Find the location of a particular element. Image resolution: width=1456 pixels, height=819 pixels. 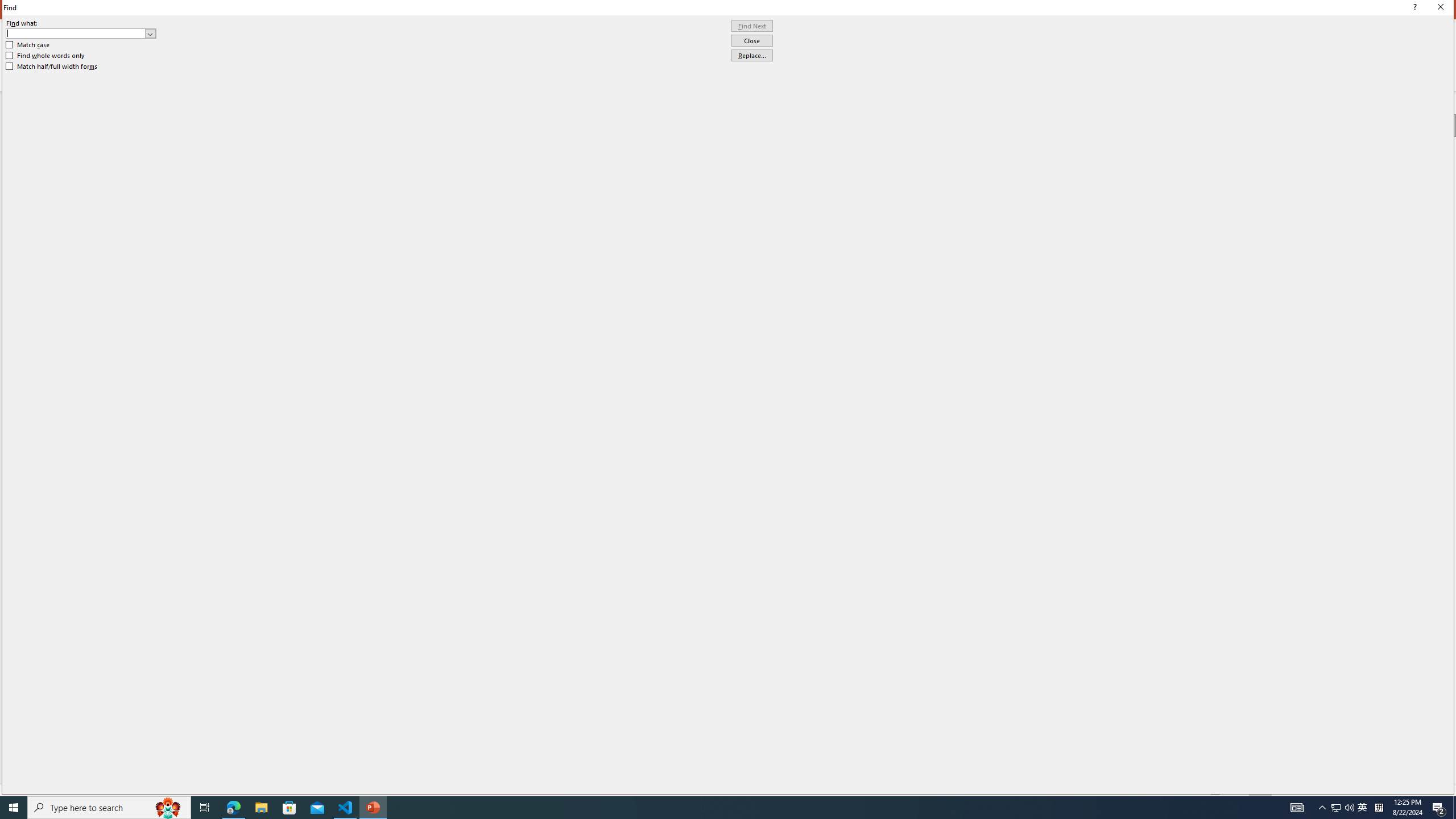

'Find what' is located at coordinates (81, 33).